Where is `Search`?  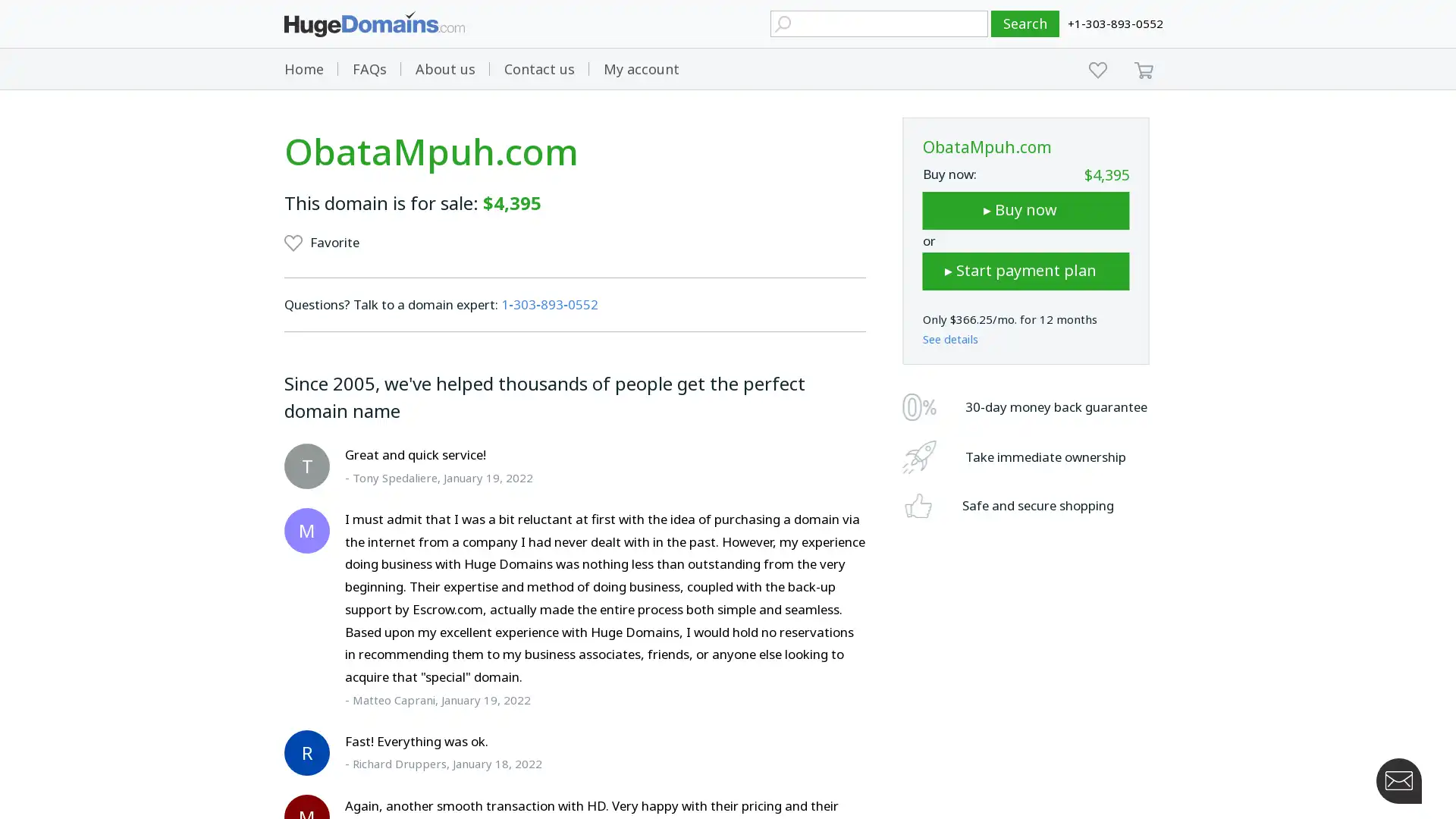
Search is located at coordinates (1025, 24).